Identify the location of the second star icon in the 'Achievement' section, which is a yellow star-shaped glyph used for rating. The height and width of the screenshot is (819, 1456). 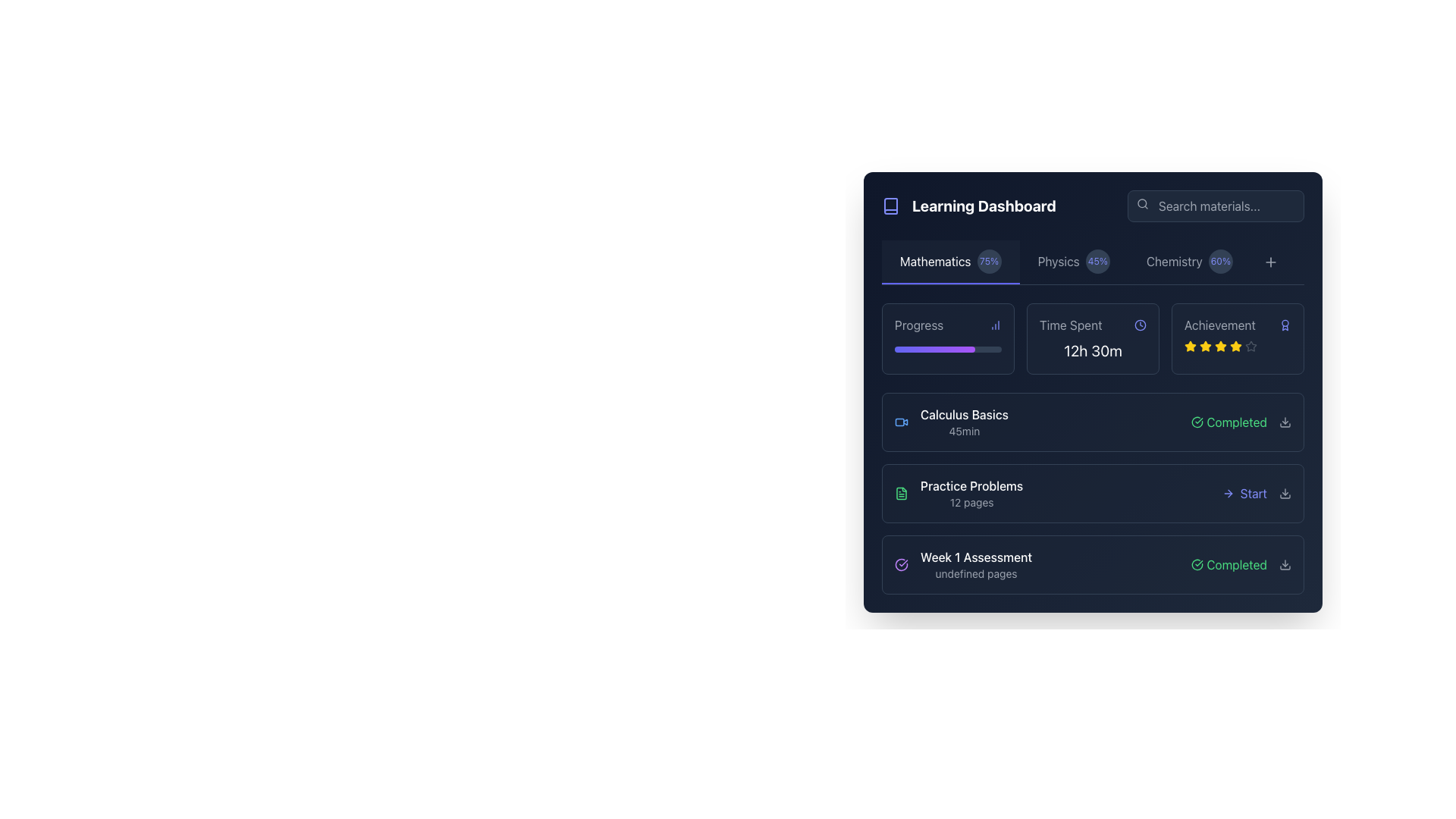
(1204, 346).